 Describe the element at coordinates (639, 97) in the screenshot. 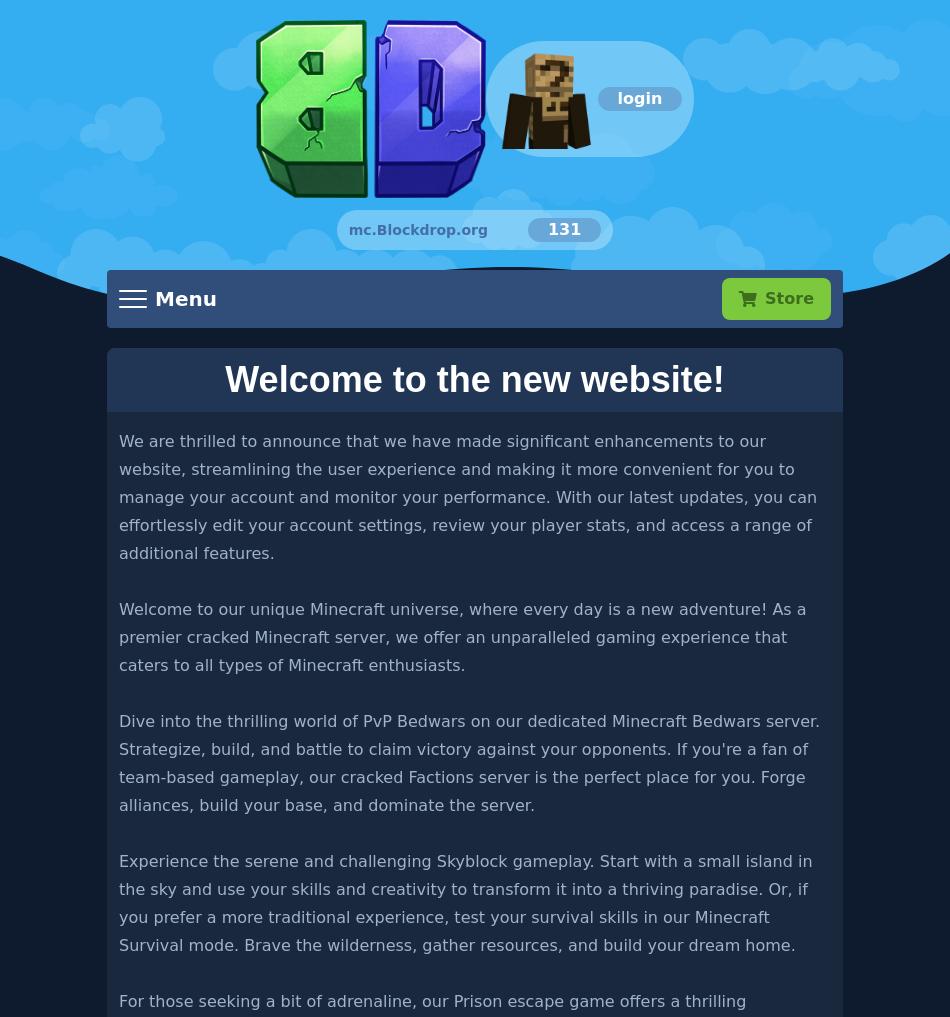

I see `'login'` at that location.